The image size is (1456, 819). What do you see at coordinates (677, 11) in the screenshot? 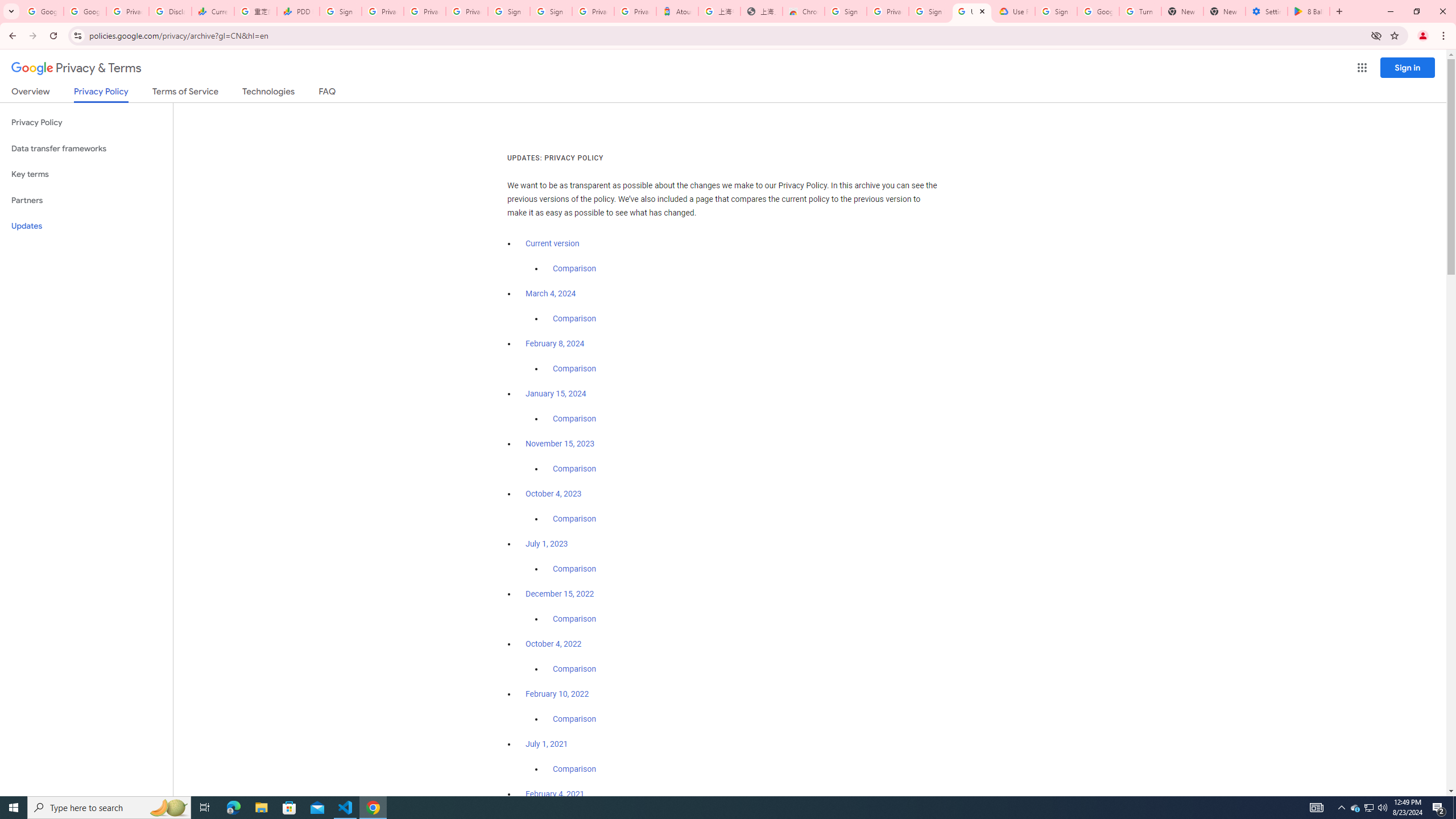
I see `'Atour Hotel - Google hotels'` at bounding box center [677, 11].